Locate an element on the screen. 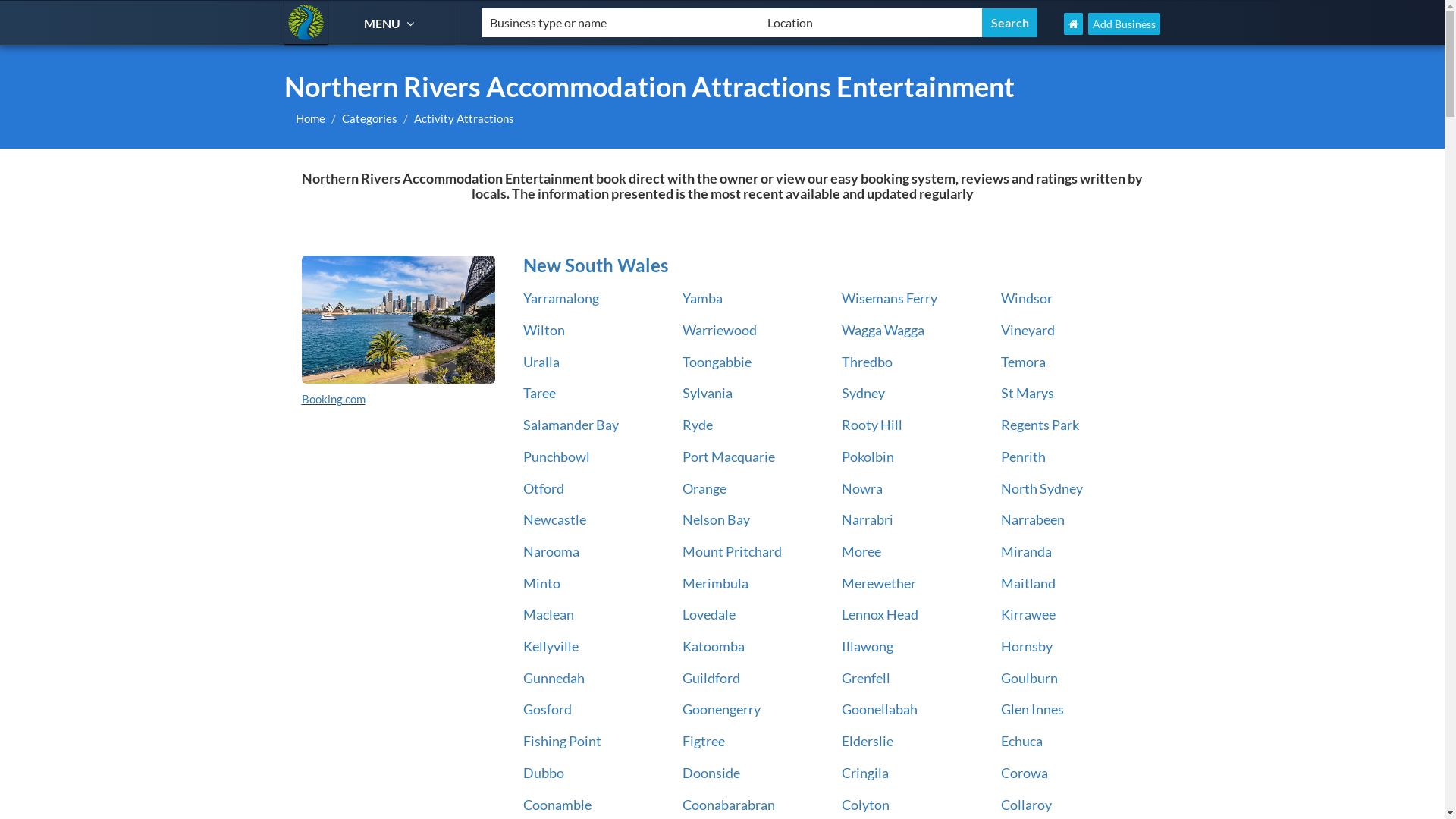 This screenshot has width=1456, height=819. 'Kirrawee' is located at coordinates (1001, 614).